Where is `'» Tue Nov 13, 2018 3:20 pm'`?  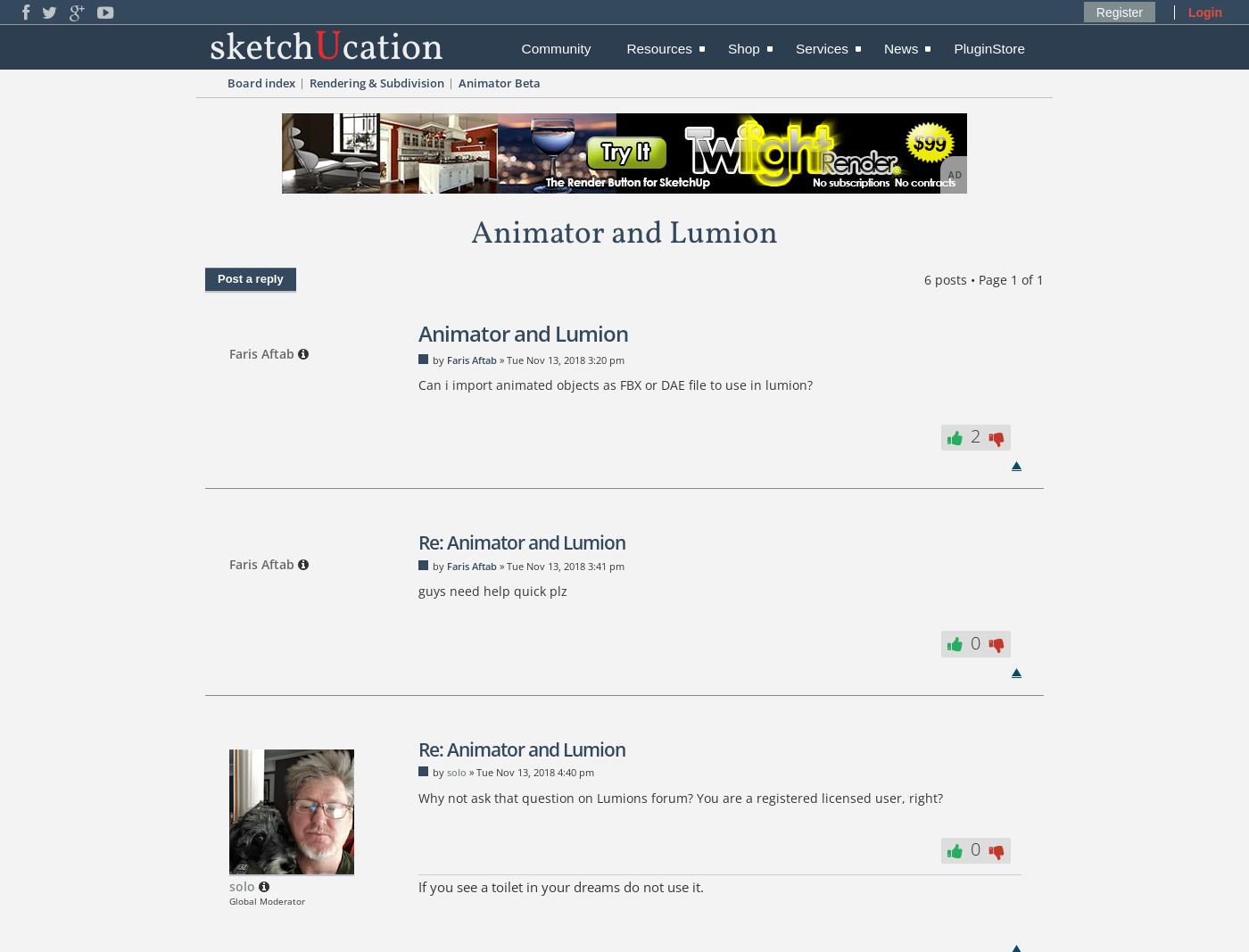
'» Tue Nov 13, 2018 3:20 pm' is located at coordinates (495, 358).